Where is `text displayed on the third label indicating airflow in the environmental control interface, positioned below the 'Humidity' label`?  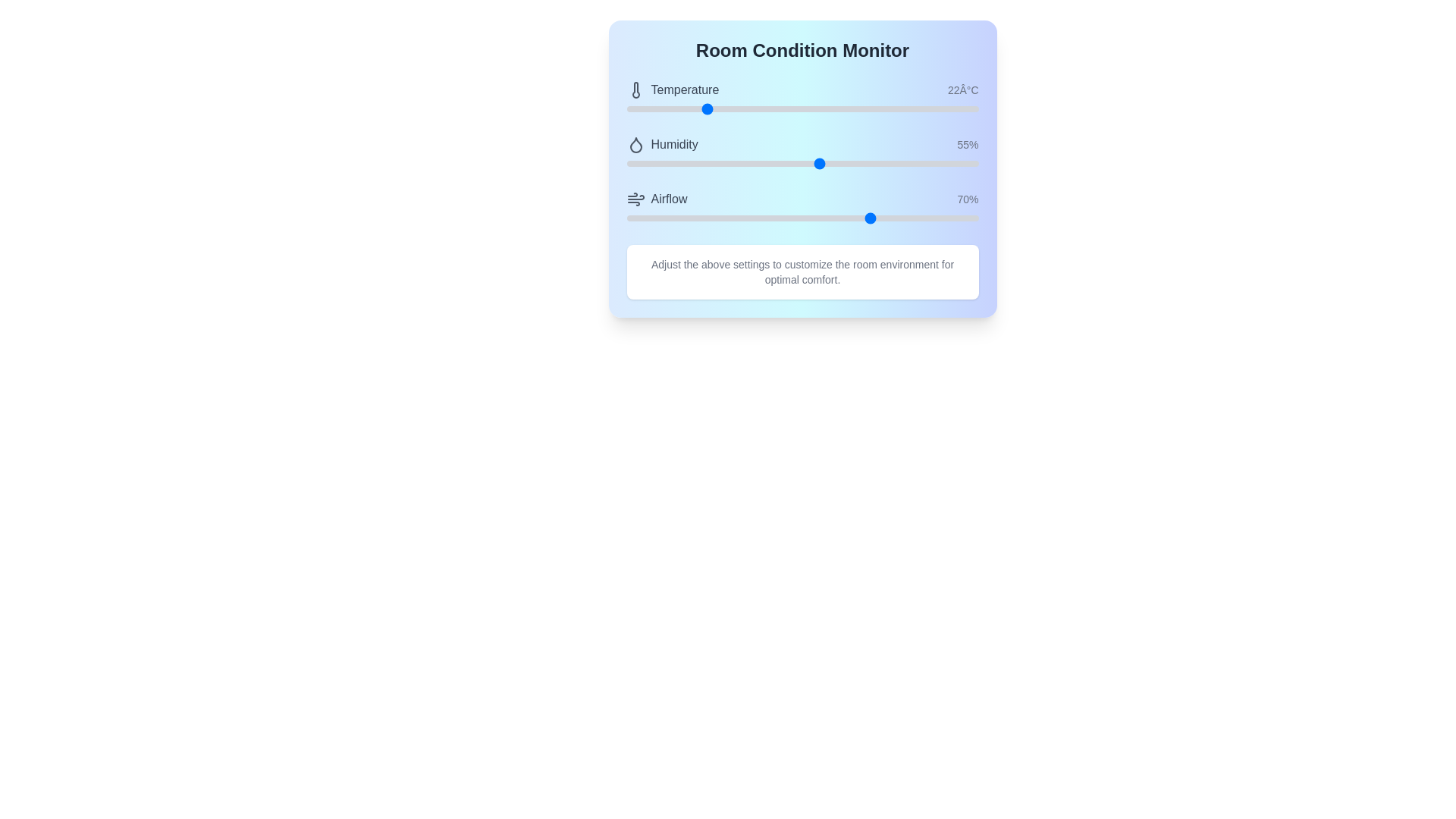
text displayed on the third label indicating airflow in the environmental control interface, positioned below the 'Humidity' label is located at coordinates (668, 198).